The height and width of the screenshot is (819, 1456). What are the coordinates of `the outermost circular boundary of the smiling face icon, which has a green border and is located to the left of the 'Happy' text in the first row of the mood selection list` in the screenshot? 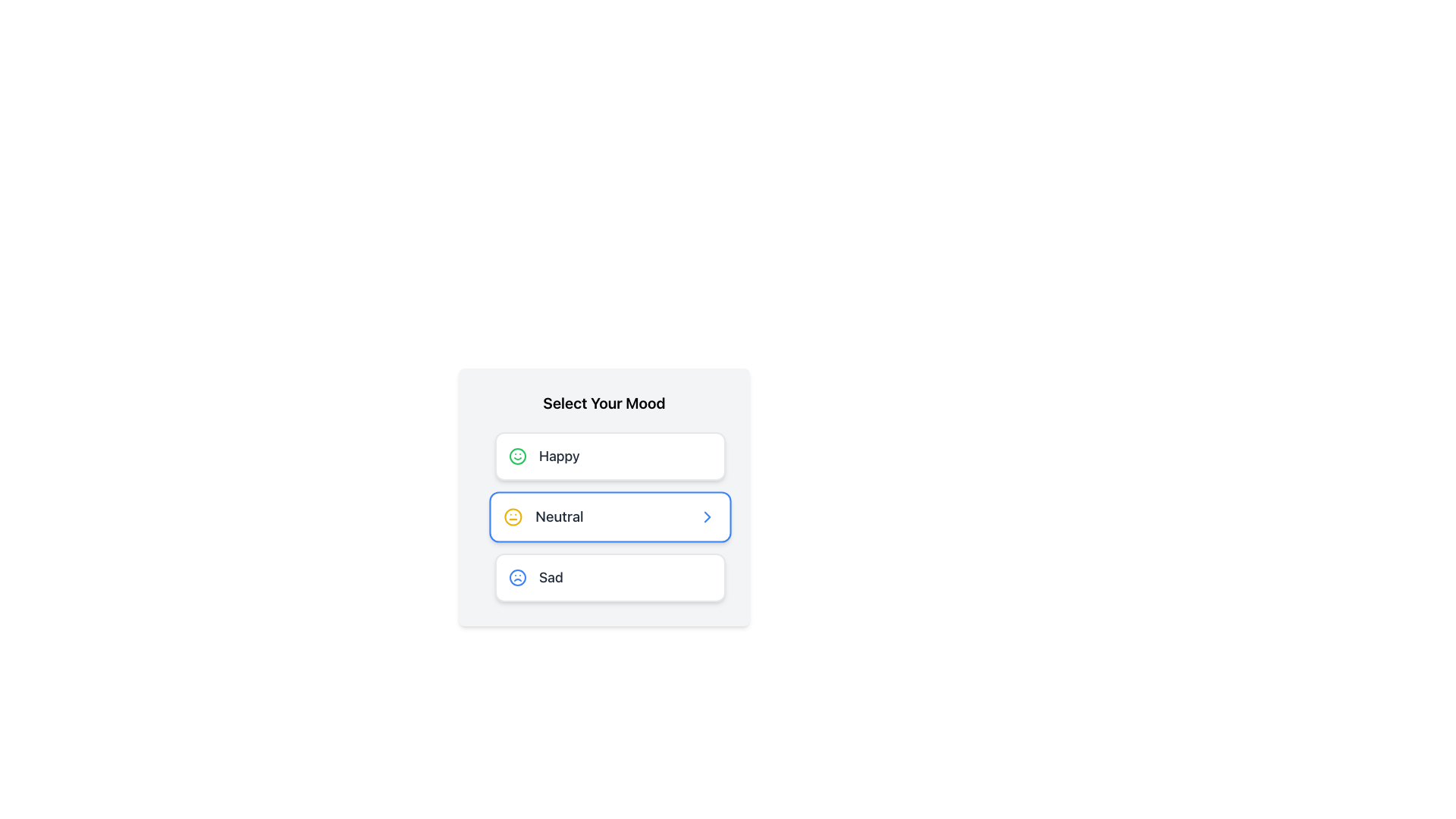 It's located at (517, 455).